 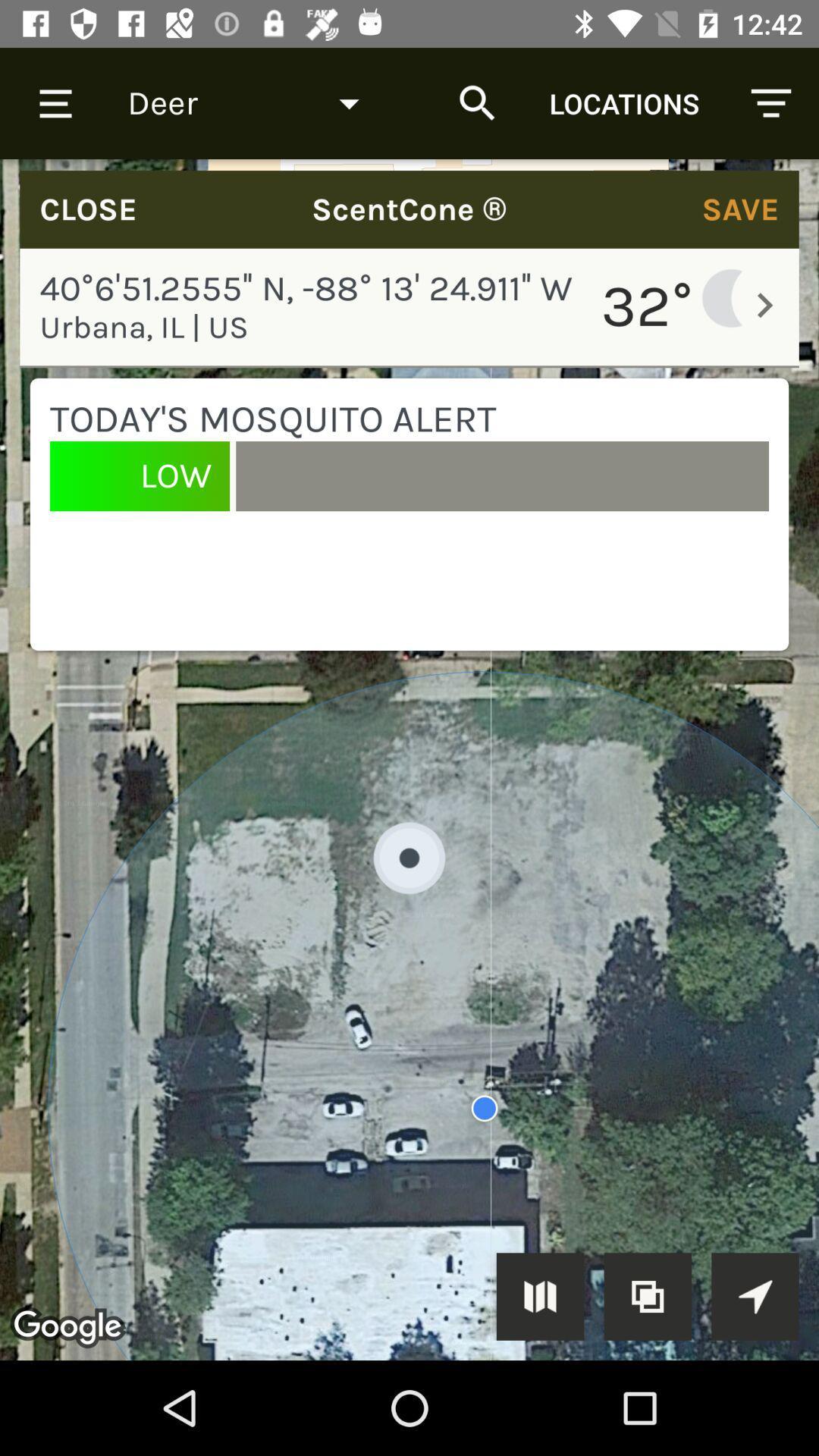 I want to click on the navigation icon, so click(x=755, y=1295).